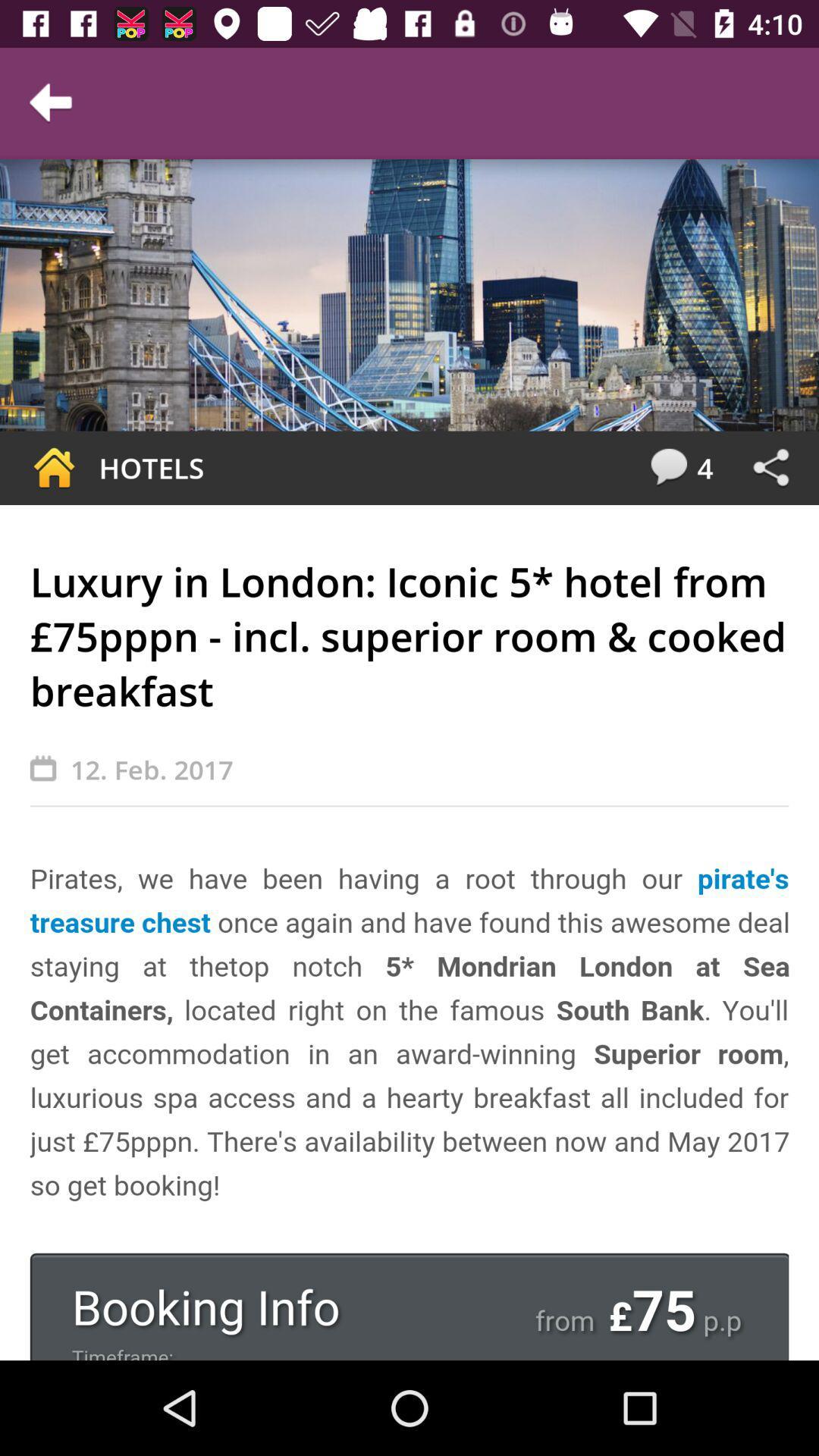 The image size is (819, 1456). I want to click on link to book hotel, so click(409, 1109).